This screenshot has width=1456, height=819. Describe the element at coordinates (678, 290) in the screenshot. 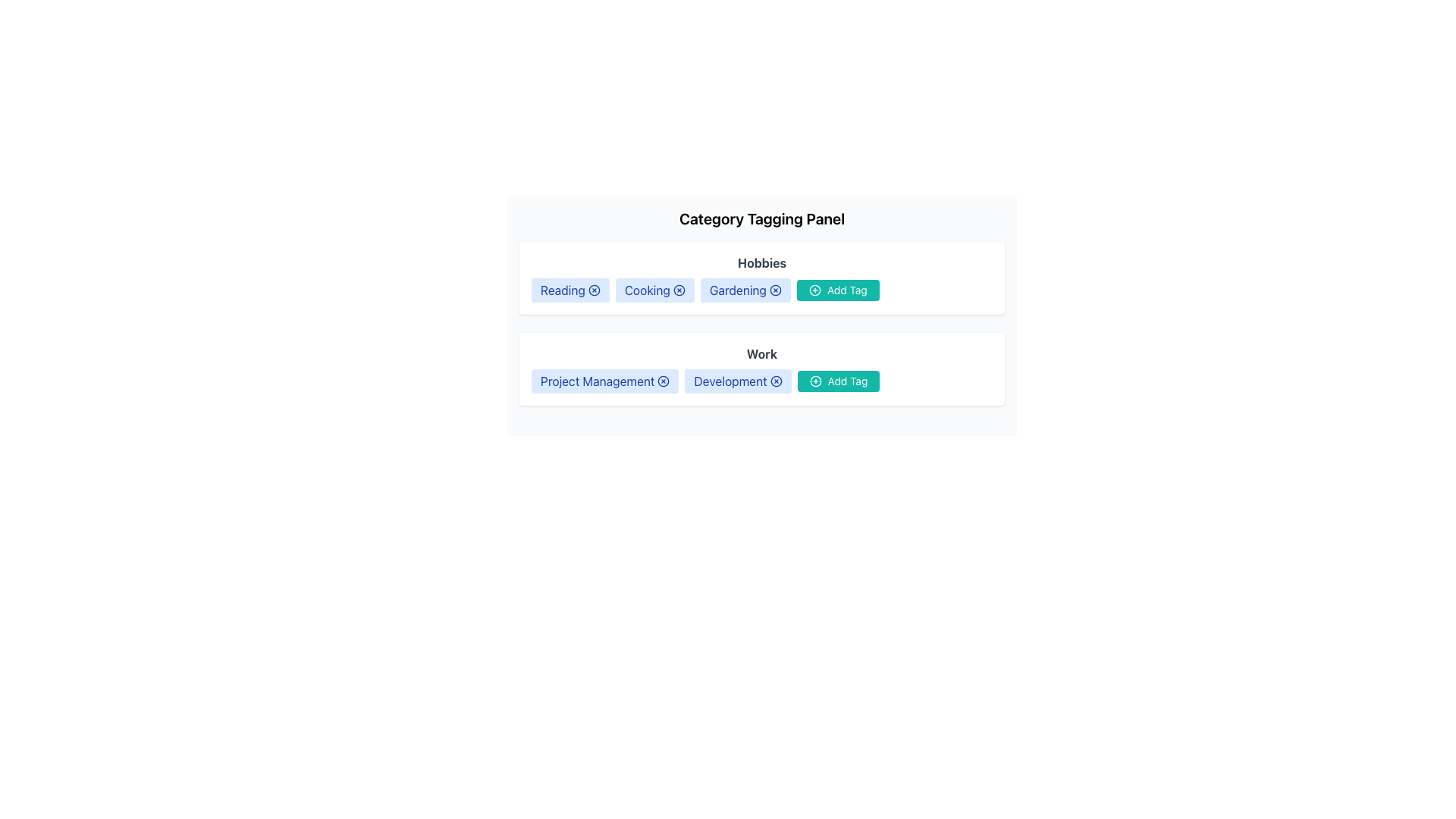

I see `the Circle-button with a cross inside, located in the 'Cooking' tag under the 'Hobbies' section` at that location.